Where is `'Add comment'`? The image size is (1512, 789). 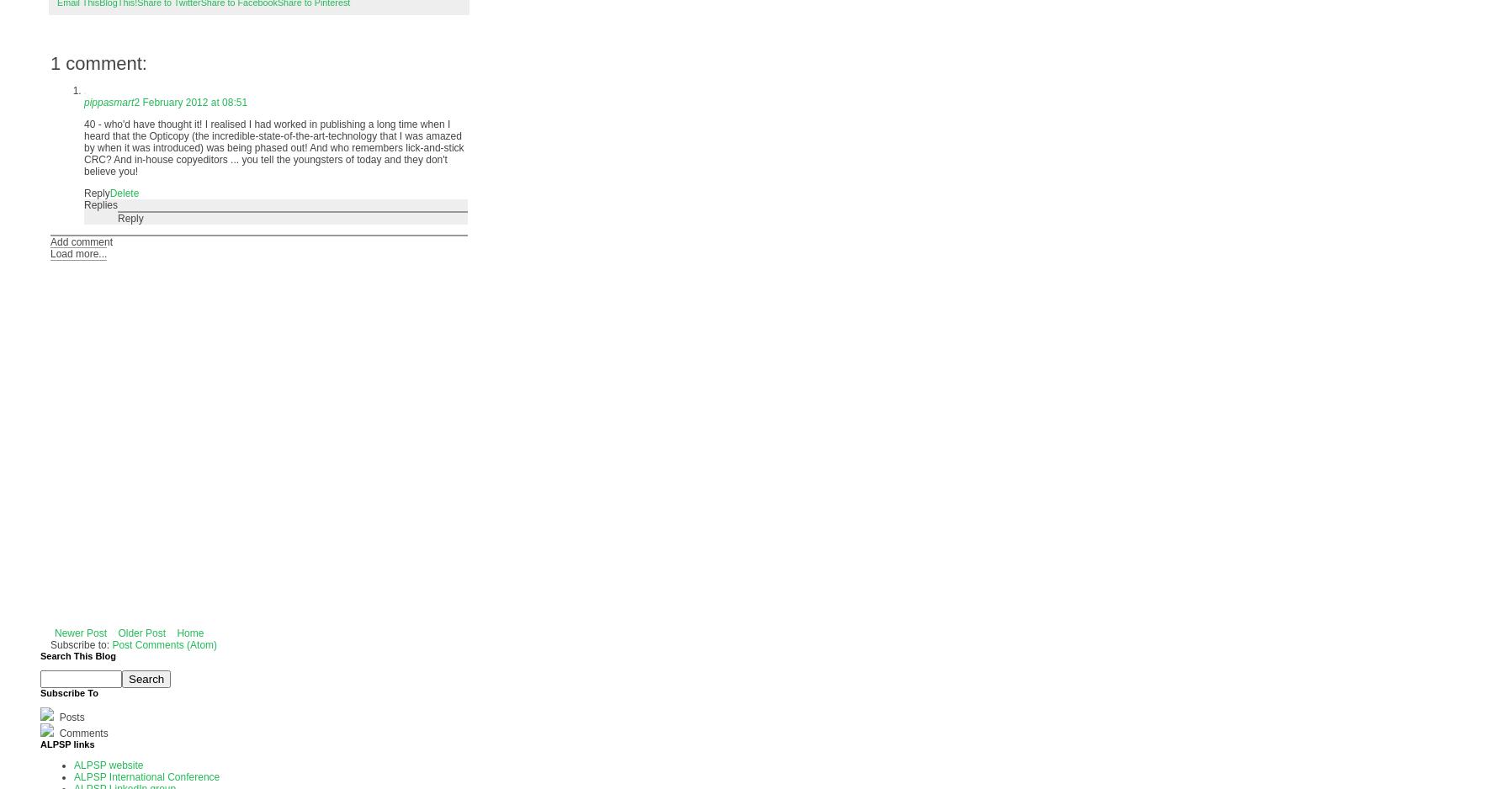 'Add comment' is located at coordinates (50, 241).